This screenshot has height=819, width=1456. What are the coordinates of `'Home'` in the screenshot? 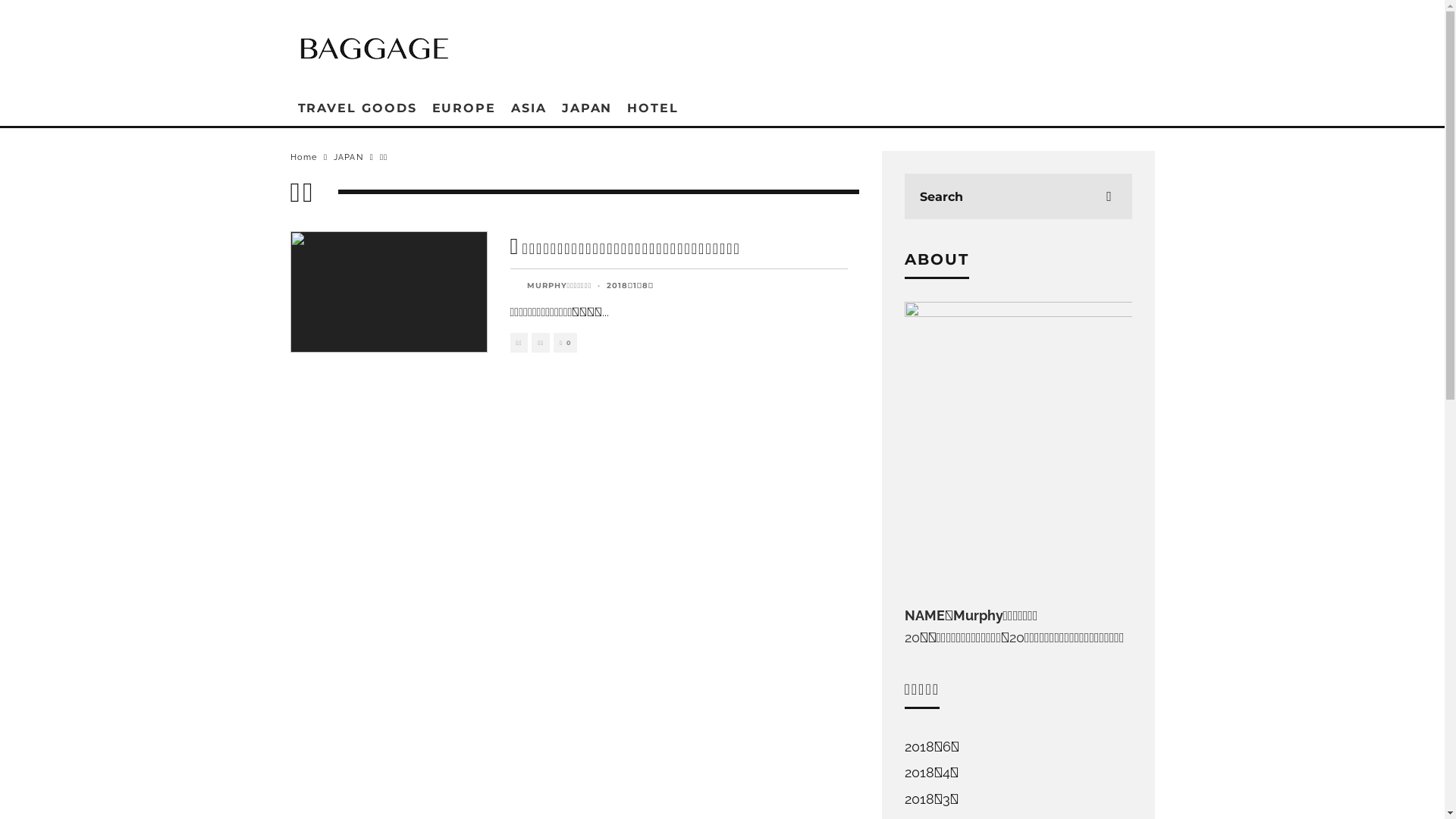 It's located at (303, 157).